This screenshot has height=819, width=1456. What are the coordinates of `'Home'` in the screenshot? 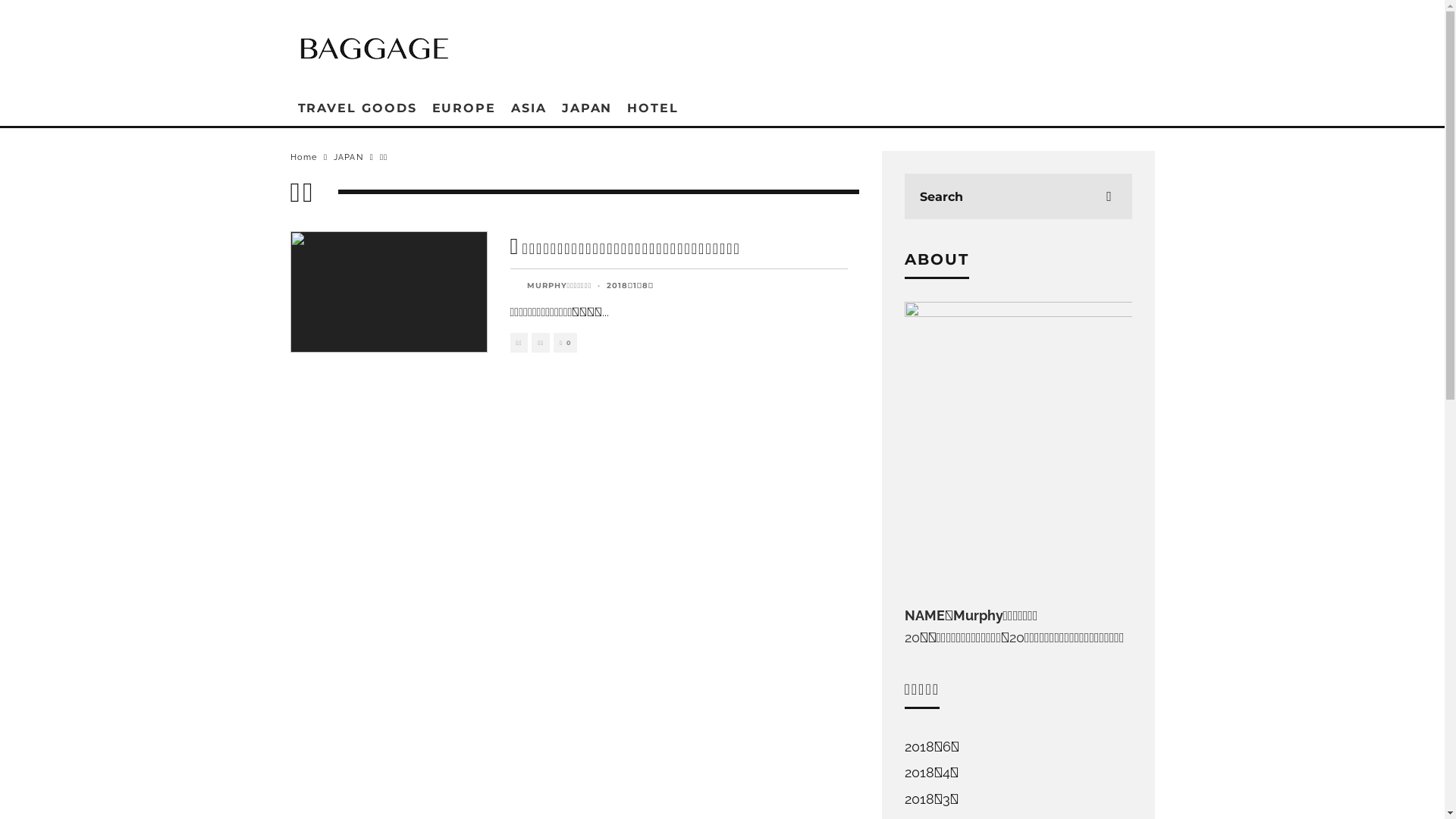 It's located at (303, 157).